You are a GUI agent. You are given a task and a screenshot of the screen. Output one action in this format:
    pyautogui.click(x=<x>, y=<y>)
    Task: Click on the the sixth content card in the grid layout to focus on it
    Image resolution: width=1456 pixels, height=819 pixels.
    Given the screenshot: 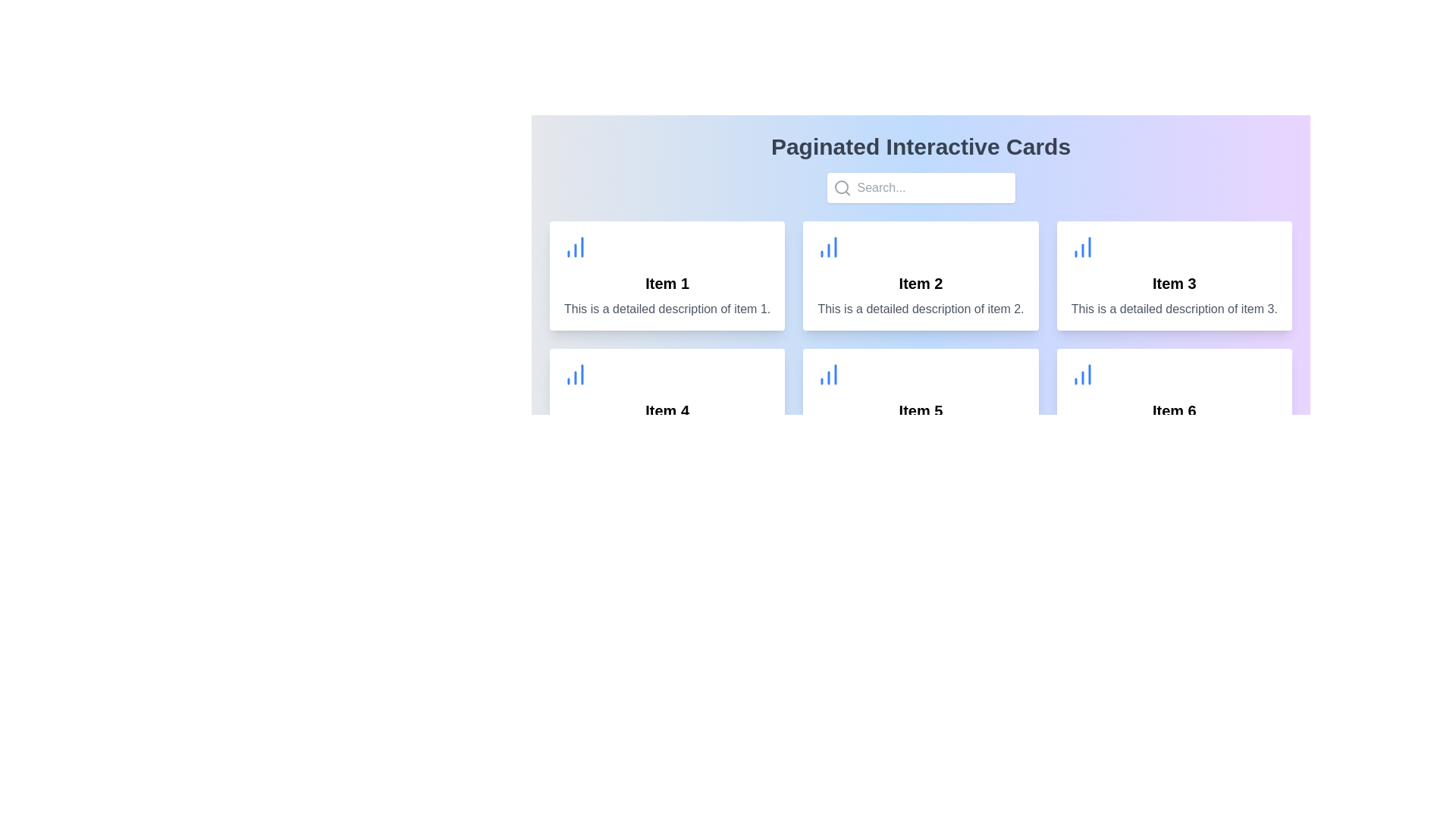 What is the action you would take?
    pyautogui.click(x=1173, y=403)
    